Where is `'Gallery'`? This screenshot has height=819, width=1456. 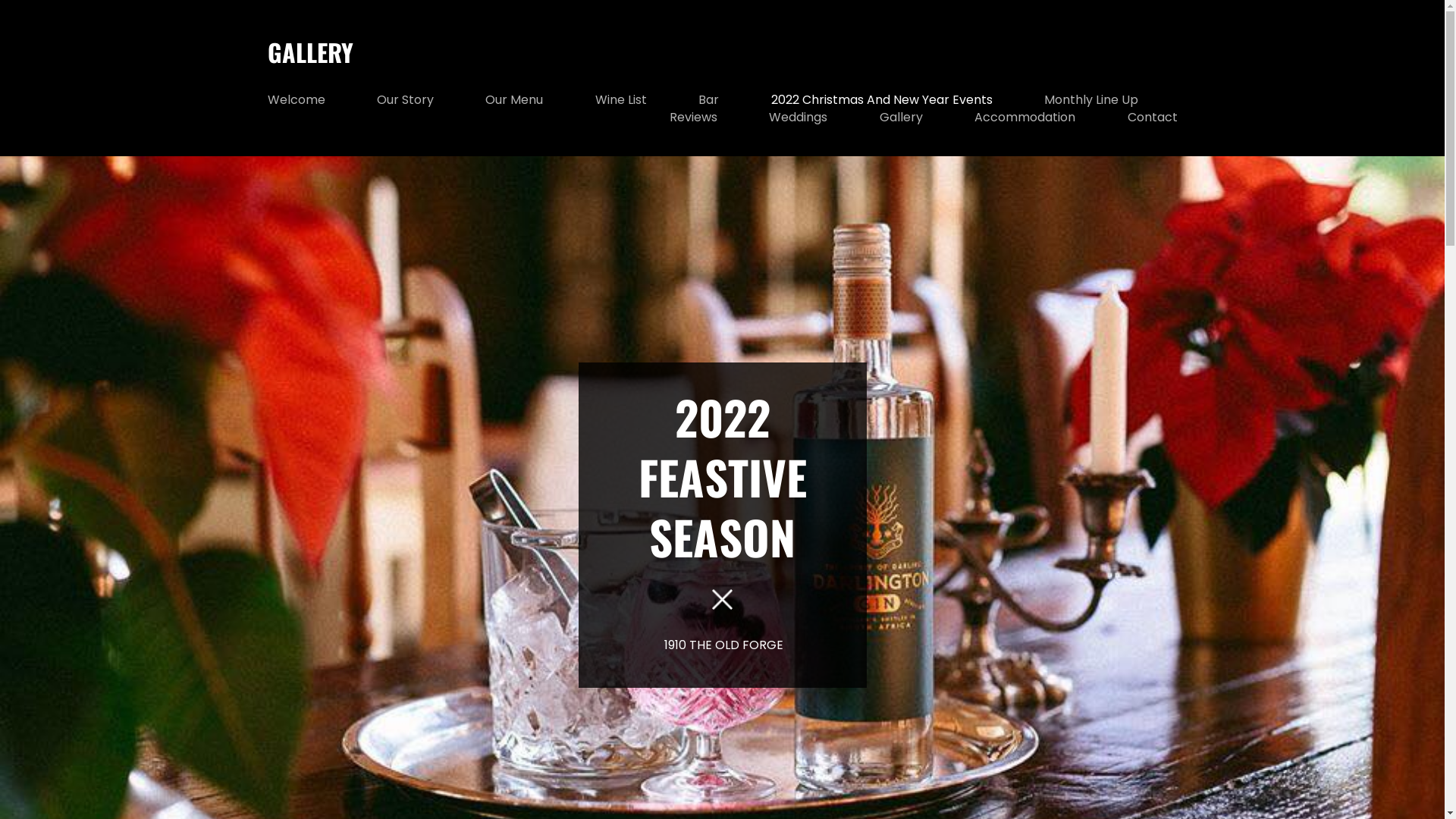 'Gallery' is located at coordinates (901, 116).